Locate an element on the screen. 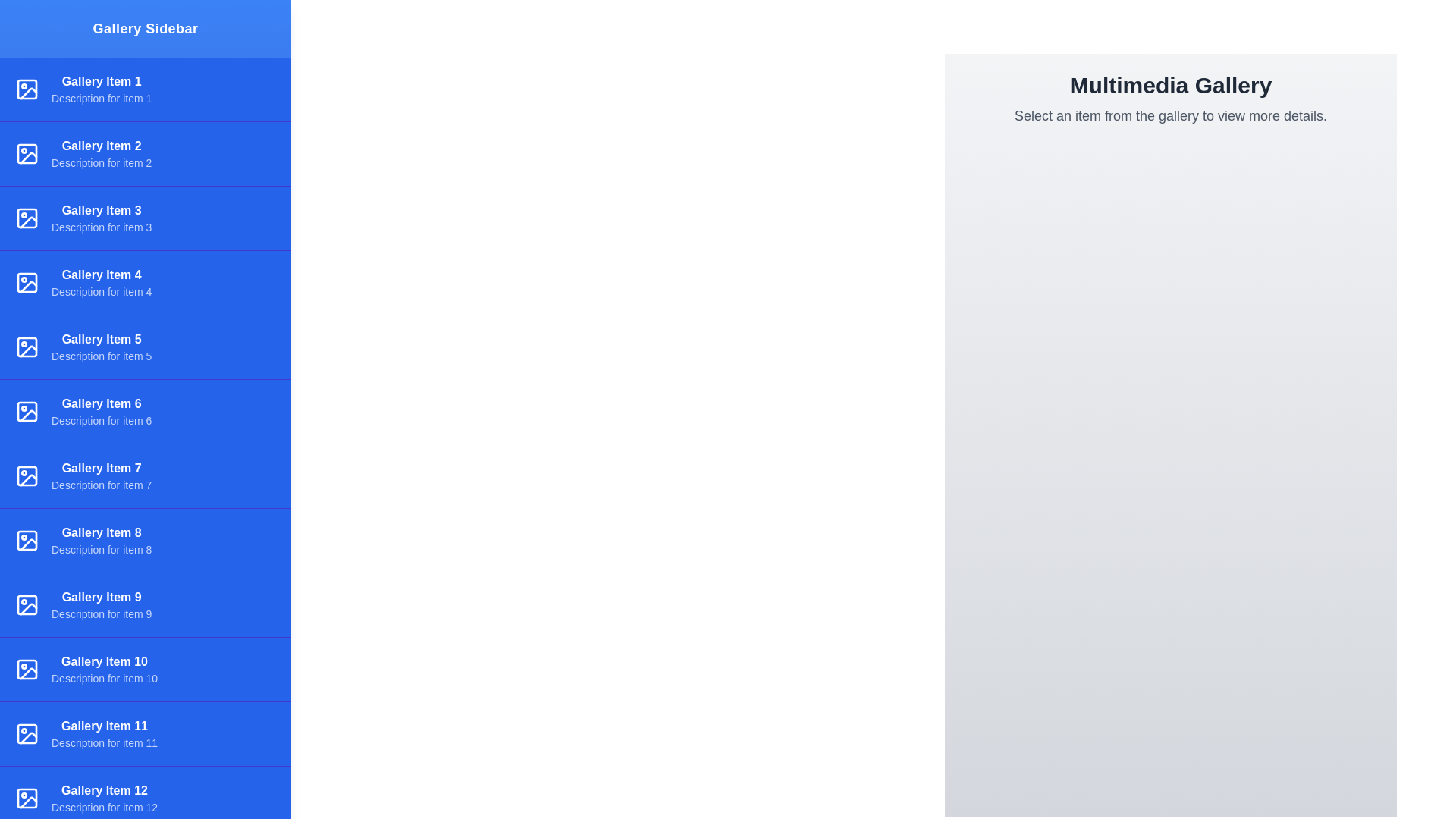 This screenshot has height=819, width=1456. the 'Gallery Sidebar' label to interact with the header is located at coordinates (146, 29).